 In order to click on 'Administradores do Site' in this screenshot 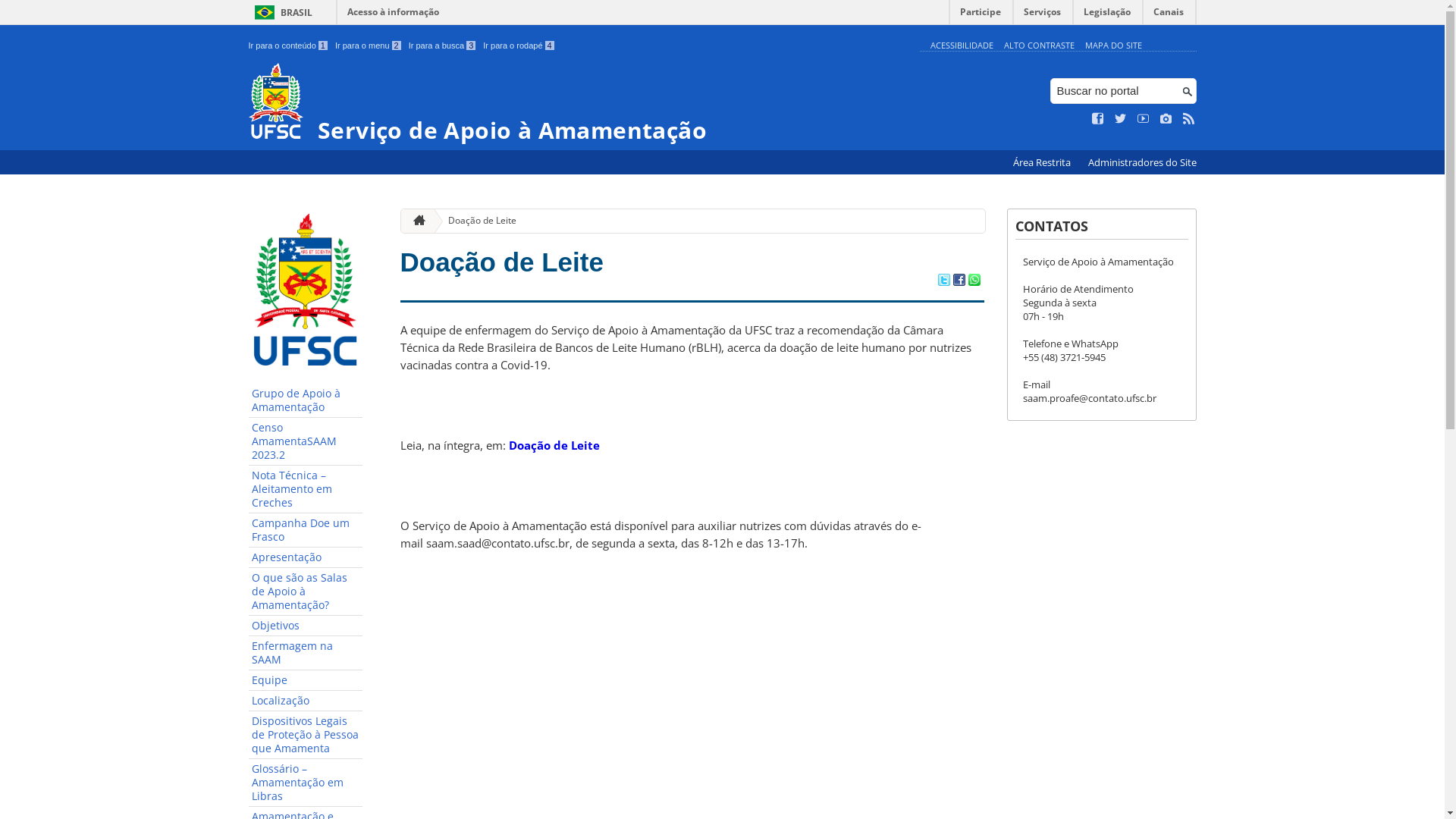, I will do `click(1141, 162)`.